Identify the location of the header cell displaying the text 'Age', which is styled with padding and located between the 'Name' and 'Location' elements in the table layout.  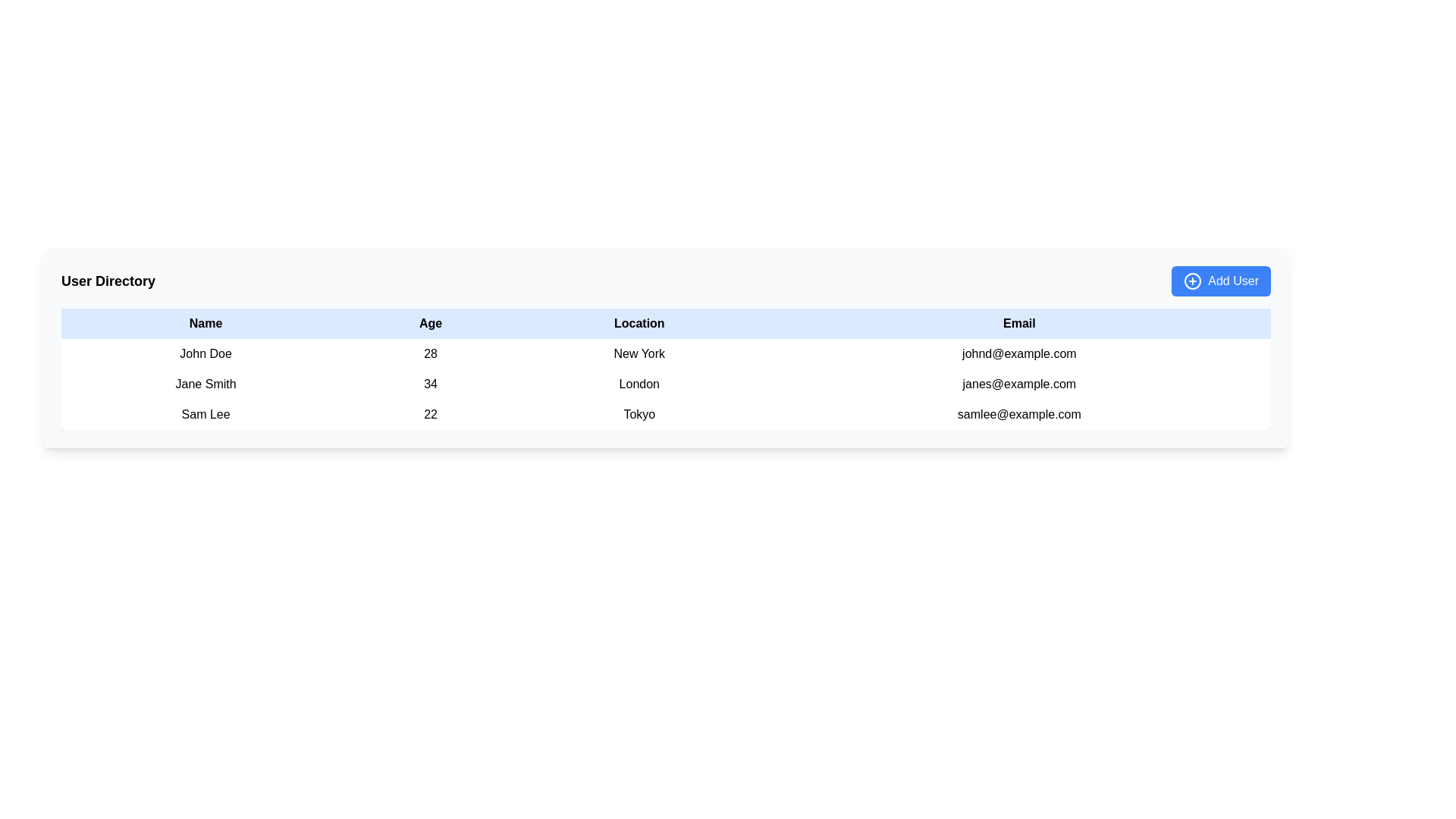
(429, 323).